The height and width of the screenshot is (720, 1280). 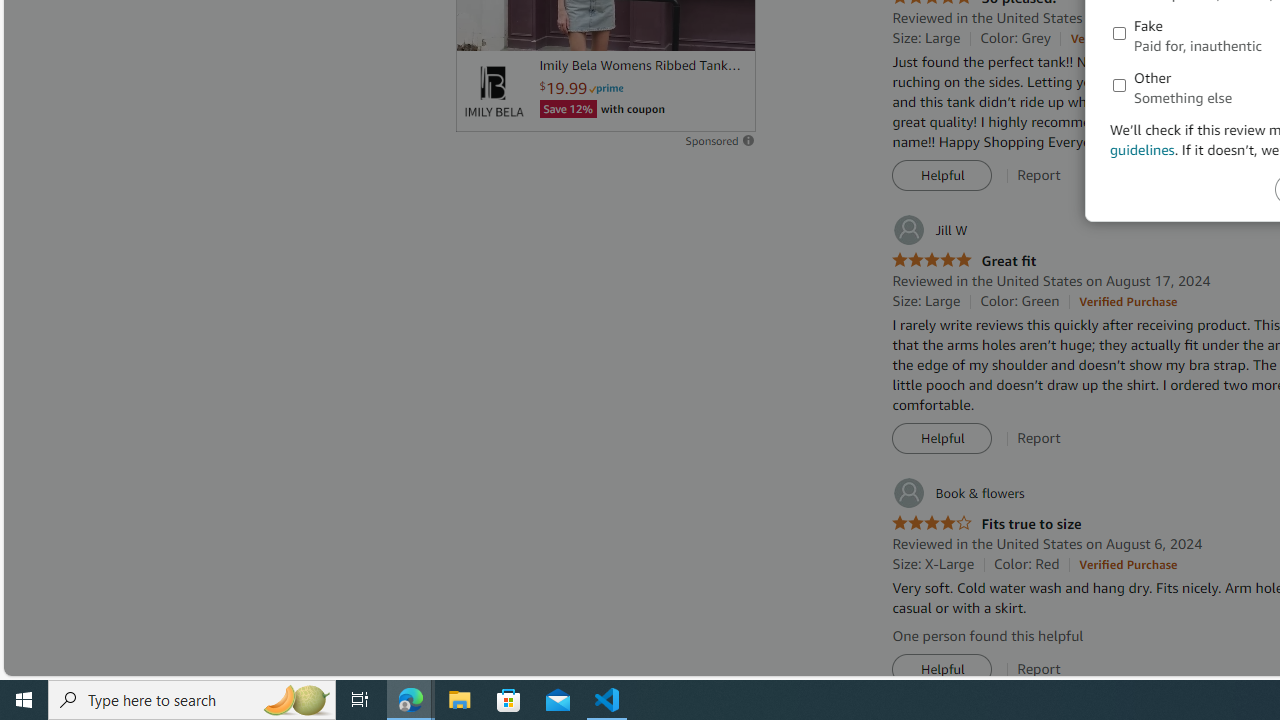 What do you see at coordinates (941, 669) in the screenshot?
I see `'Helpful'` at bounding box center [941, 669].